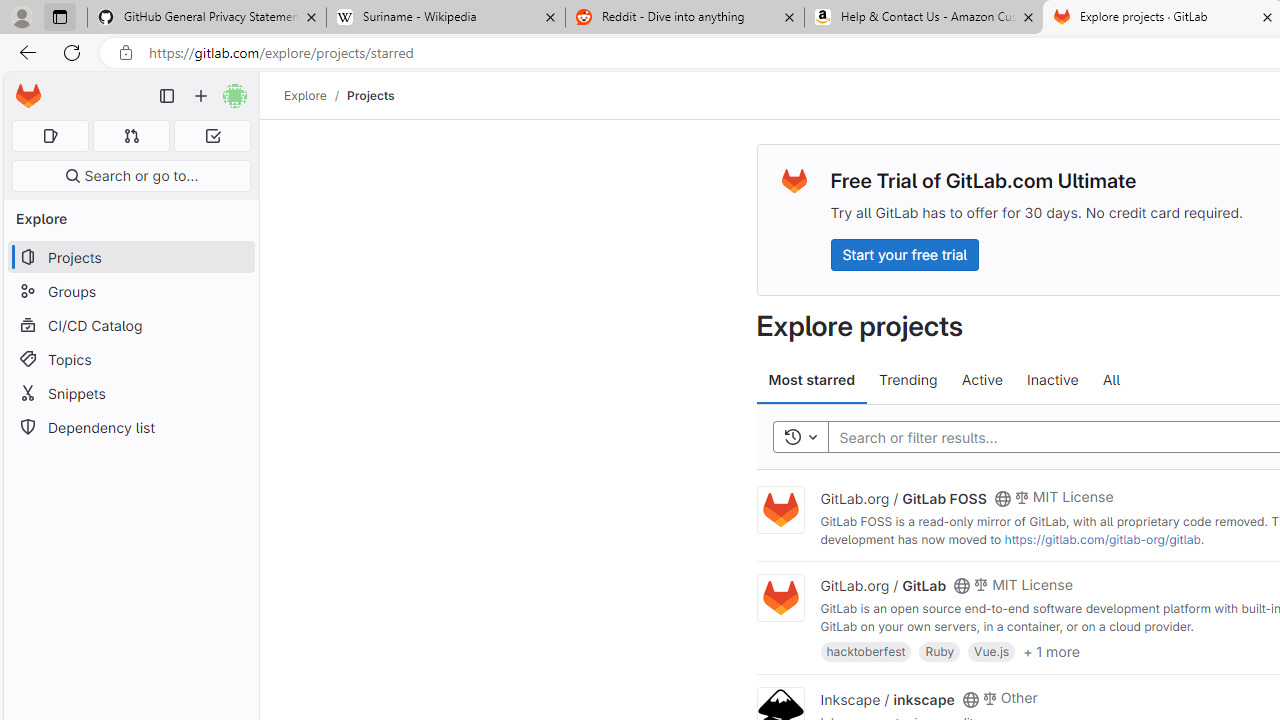 This screenshot has height=720, width=1280. Describe the element at coordinates (1110, 380) in the screenshot. I see `'All'` at that location.